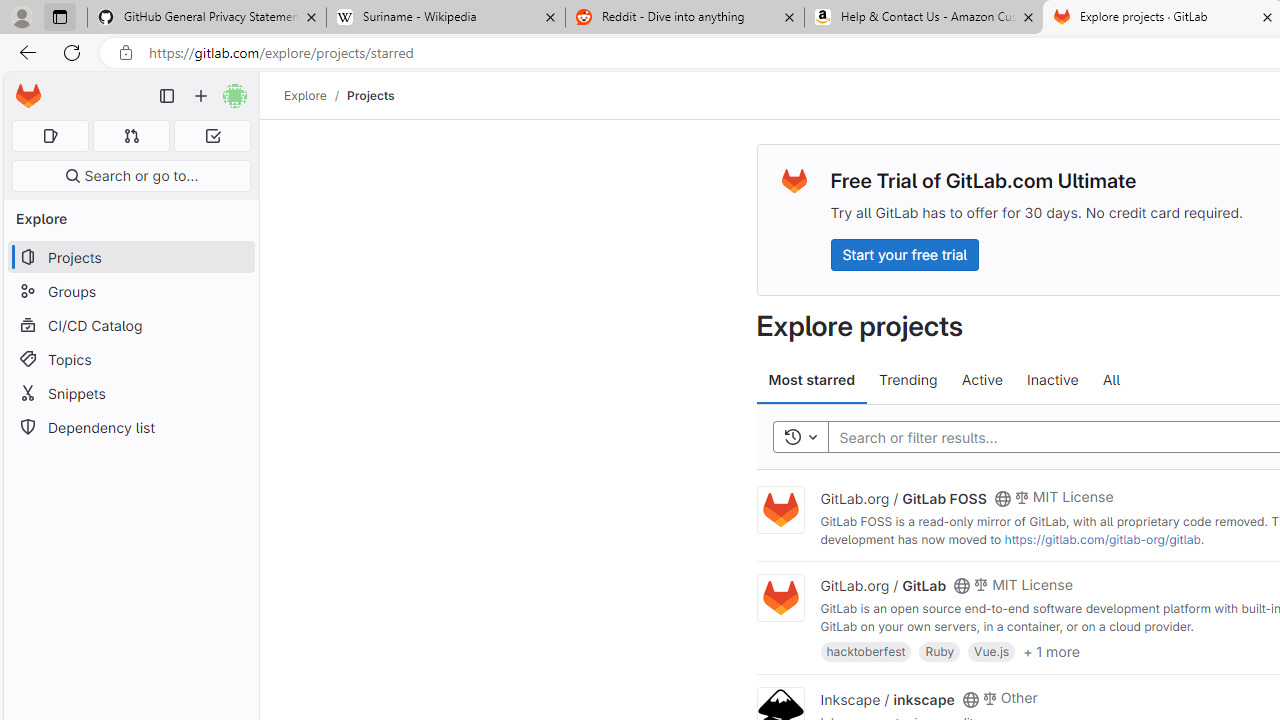 This screenshot has height=720, width=1280. Describe the element at coordinates (1110, 380) in the screenshot. I see `'All'` at that location.